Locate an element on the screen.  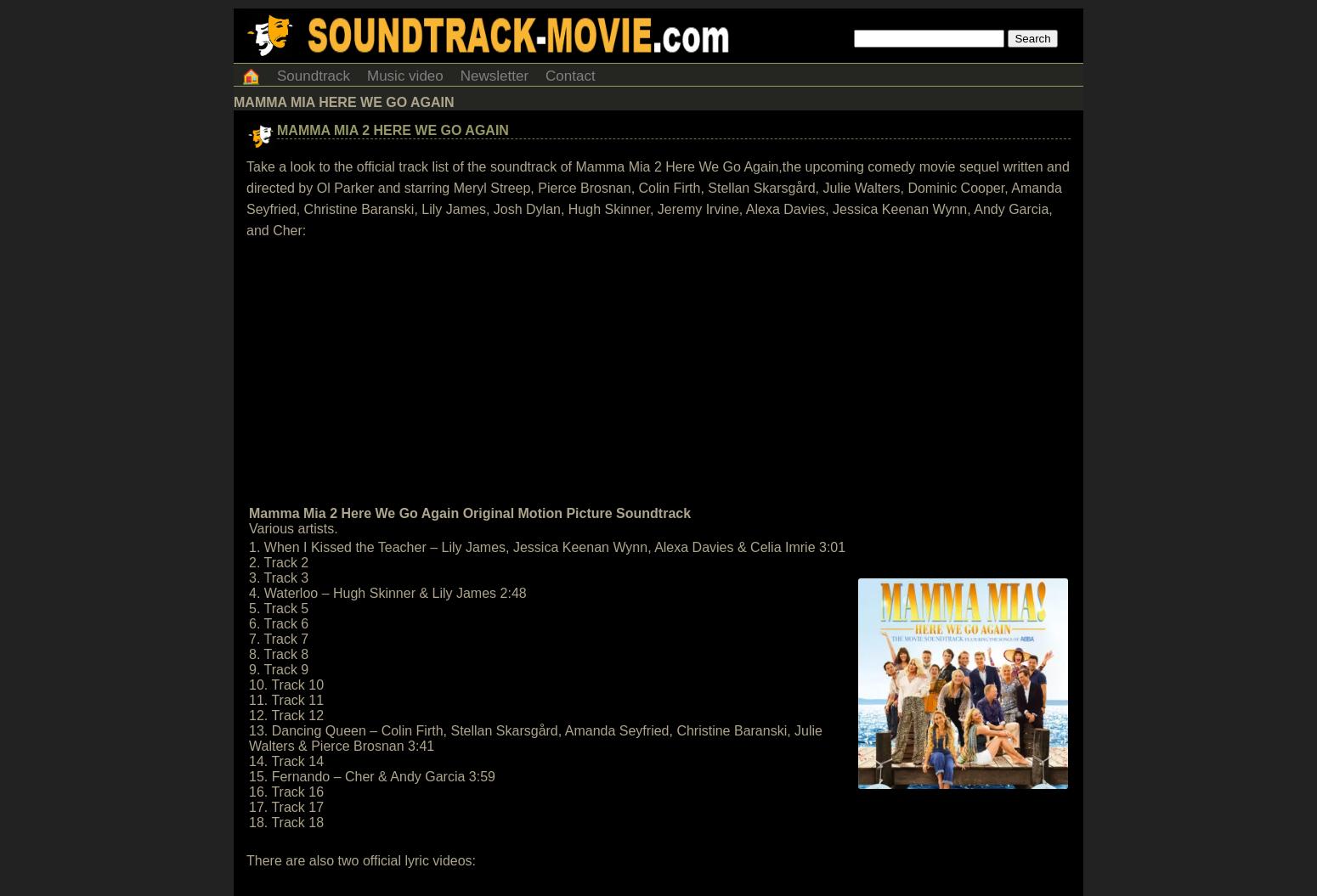
'8. Track 8' is located at coordinates (277, 653).